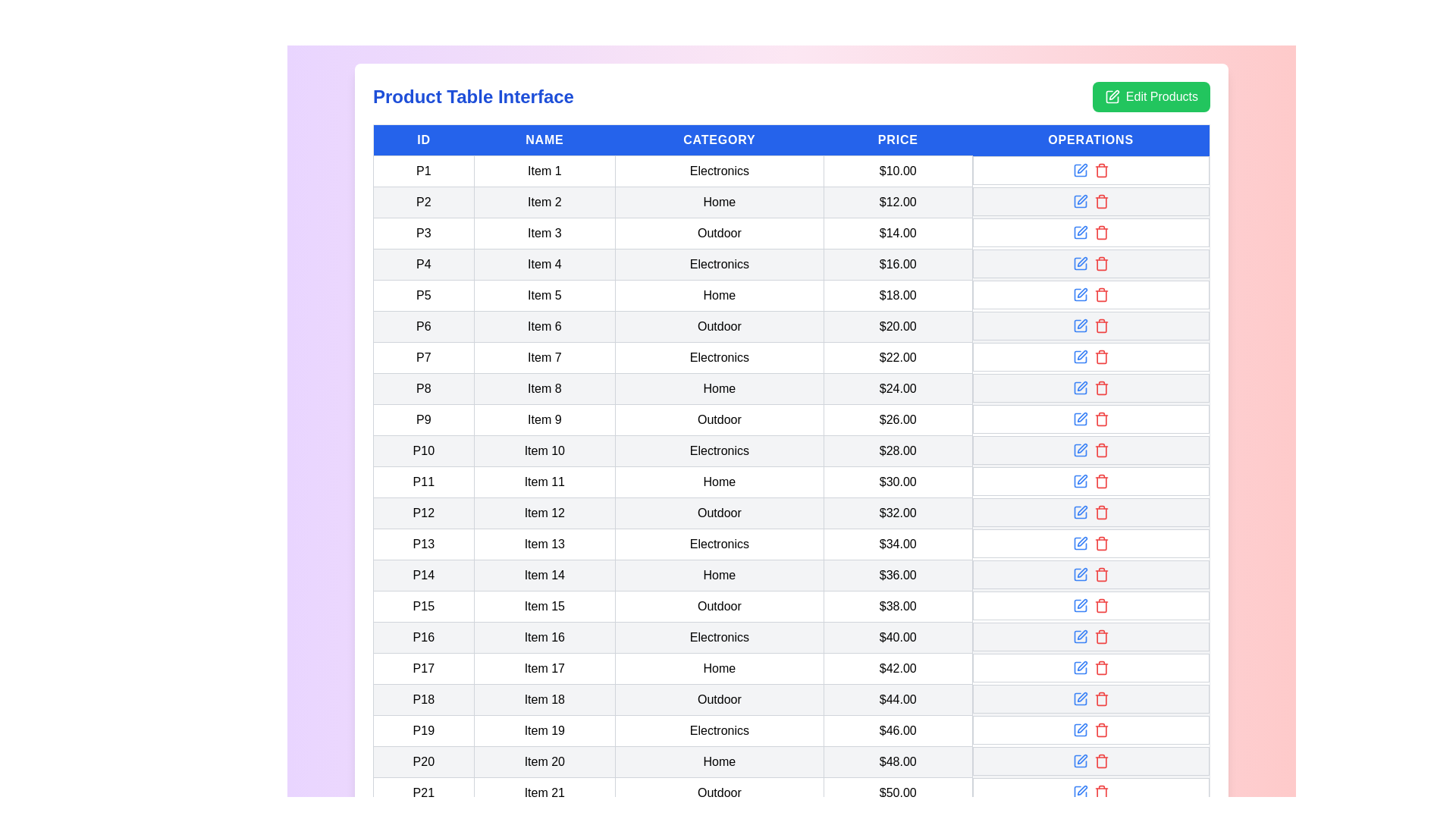 This screenshot has width=1456, height=819. What do you see at coordinates (1101, 170) in the screenshot?
I see `the 'Delete' icon in the Operations column for the row with ID 'P1'` at bounding box center [1101, 170].